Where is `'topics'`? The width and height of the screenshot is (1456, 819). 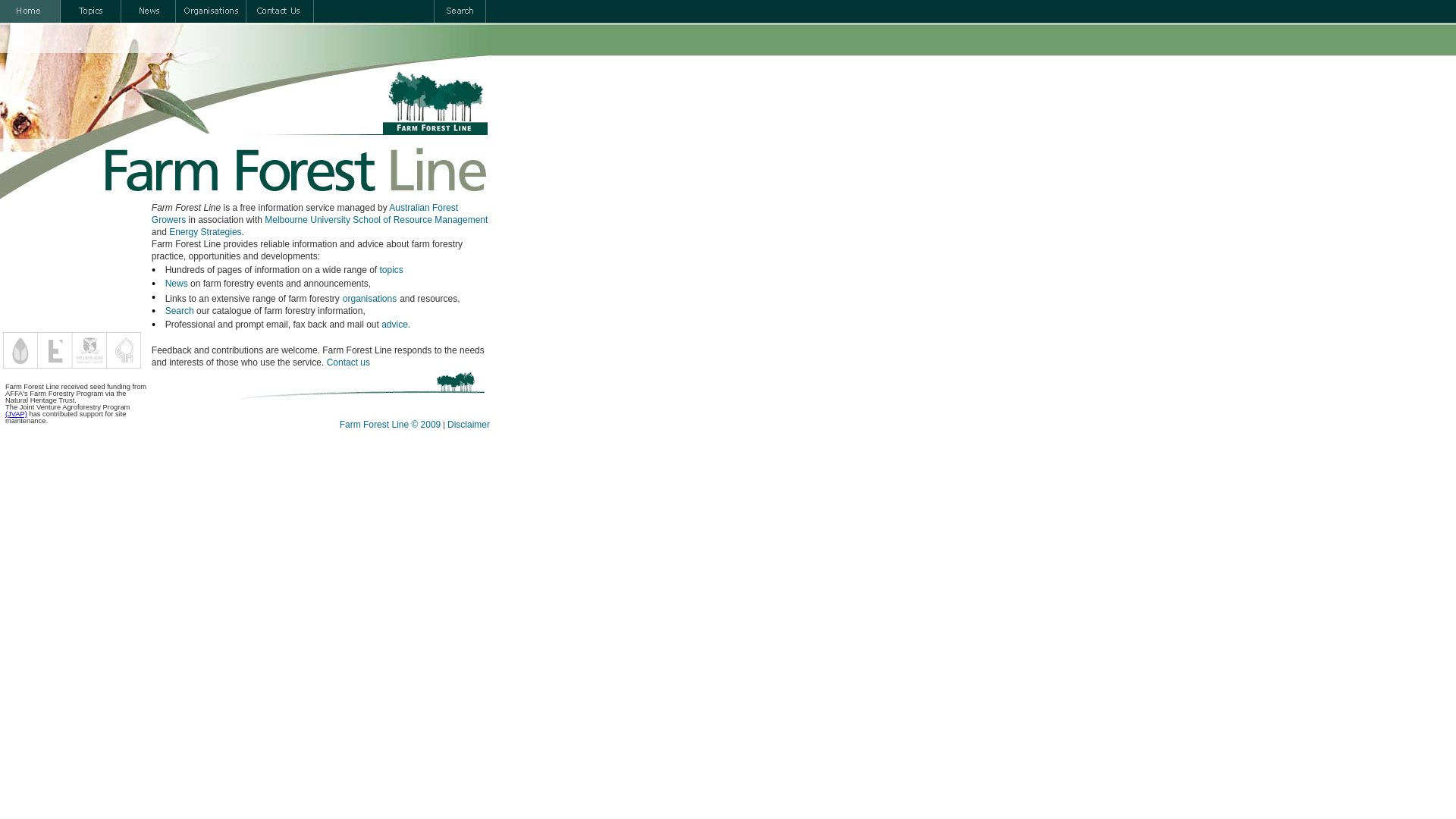 'topics' is located at coordinates (379, 268).